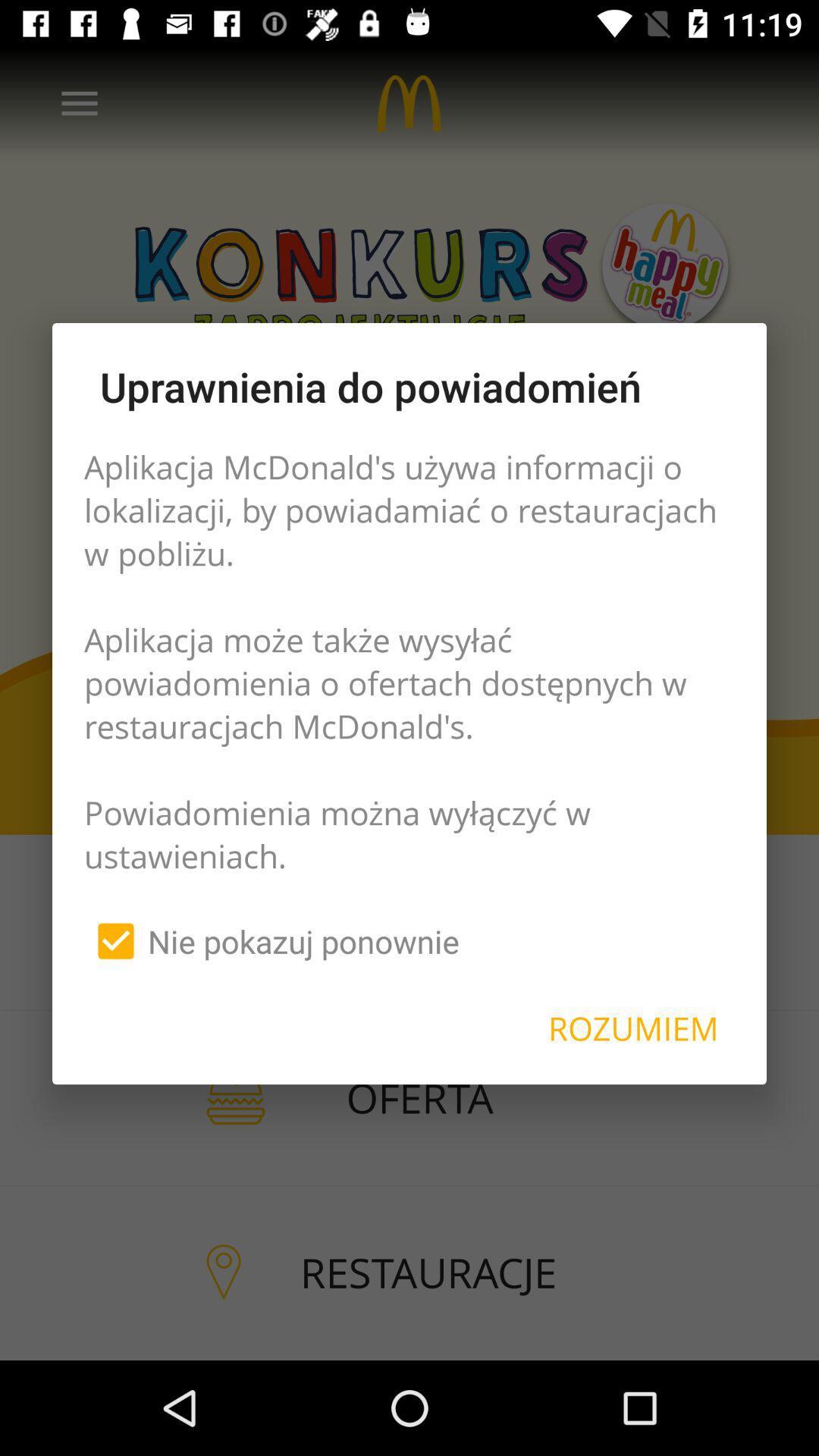 This screenshot has height=1456, width=819. I want to click on rozumiem, so click(633, 1028).